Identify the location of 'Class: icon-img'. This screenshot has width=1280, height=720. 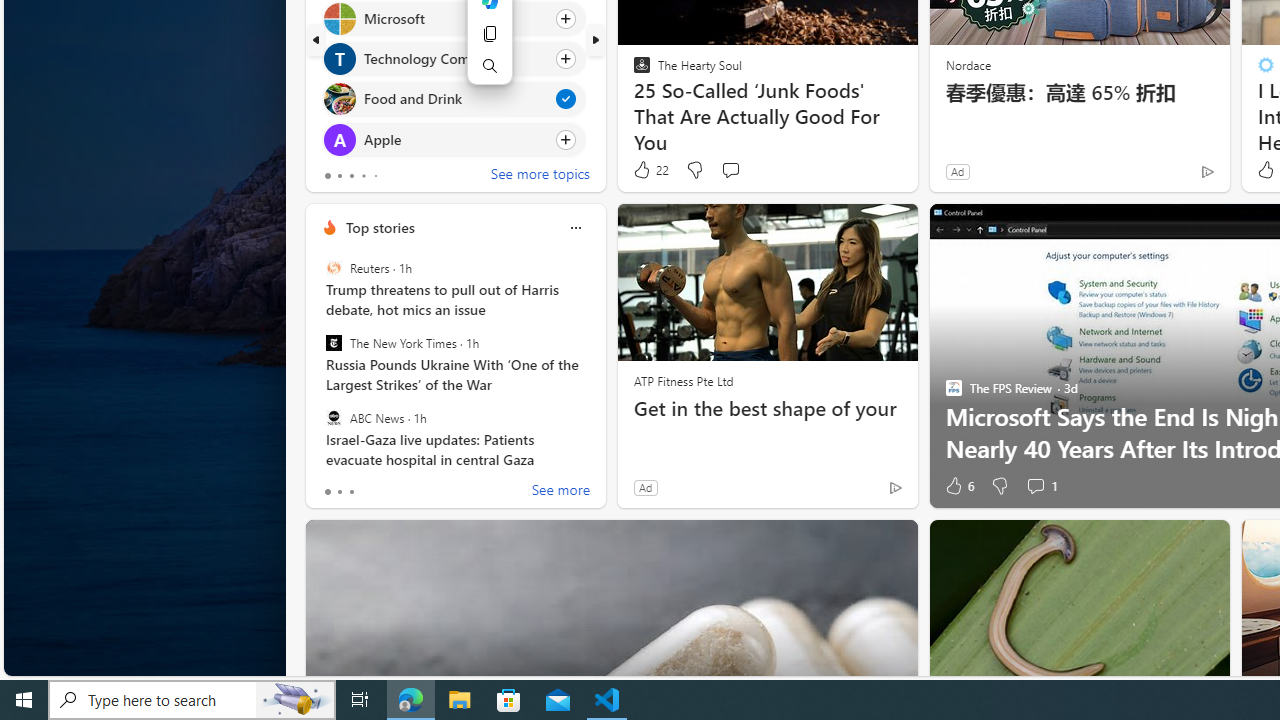
(574, 227).